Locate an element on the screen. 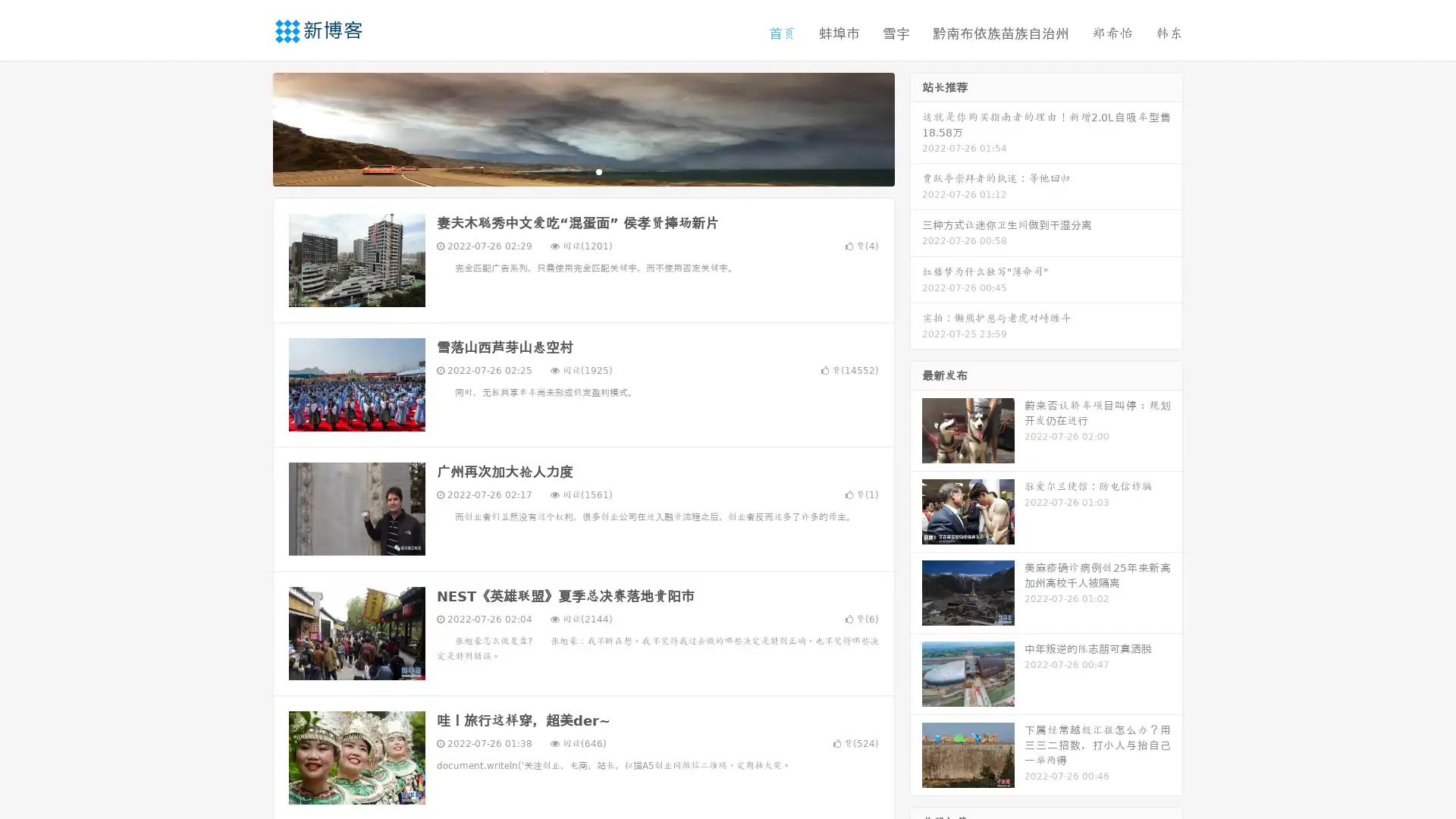 The height and width of the screenshot is (819, 1456). Go to slide 2 is located at coordinates (582, 171).